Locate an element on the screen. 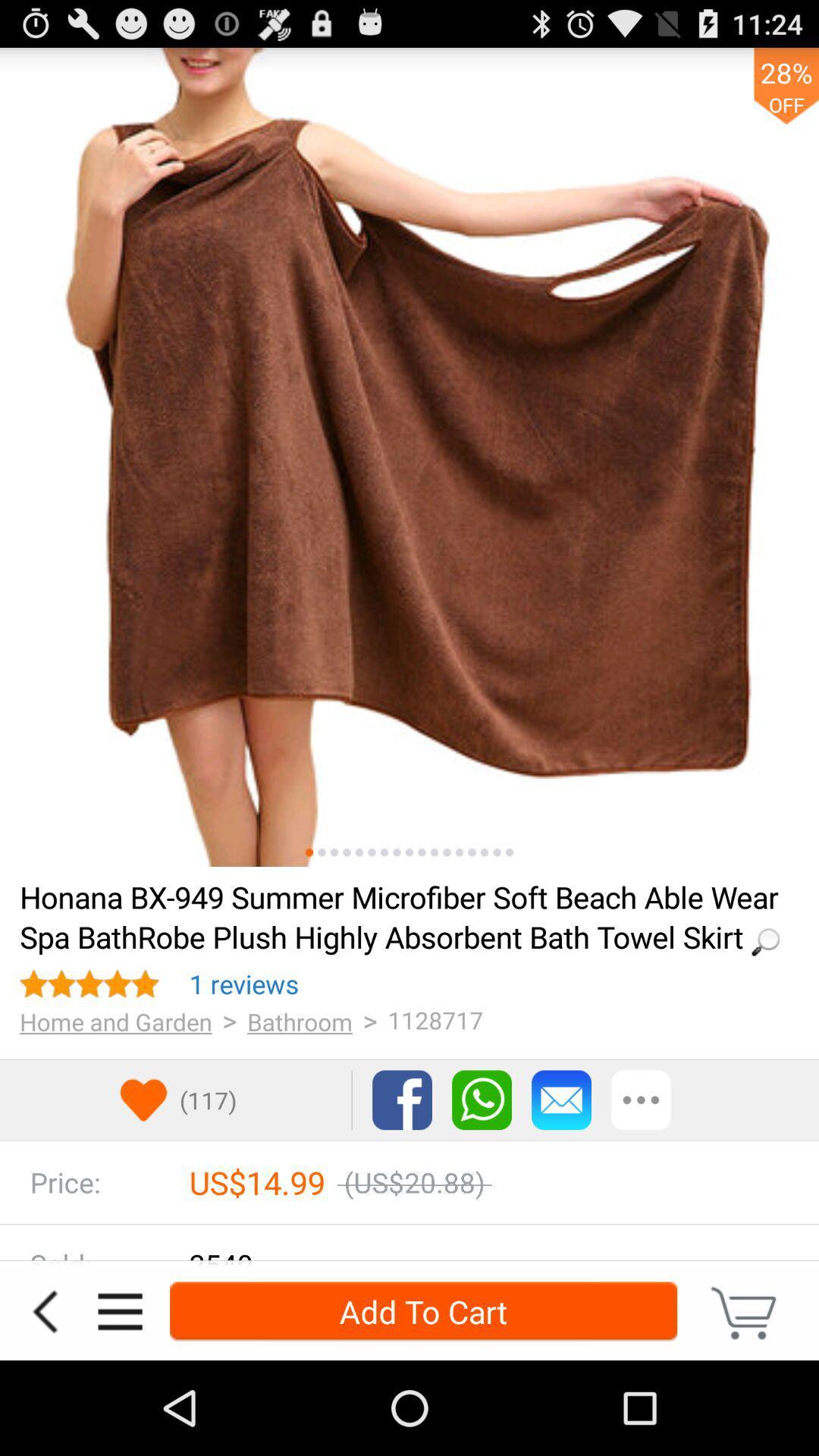  the third photo is located at coordinates (333, 852).